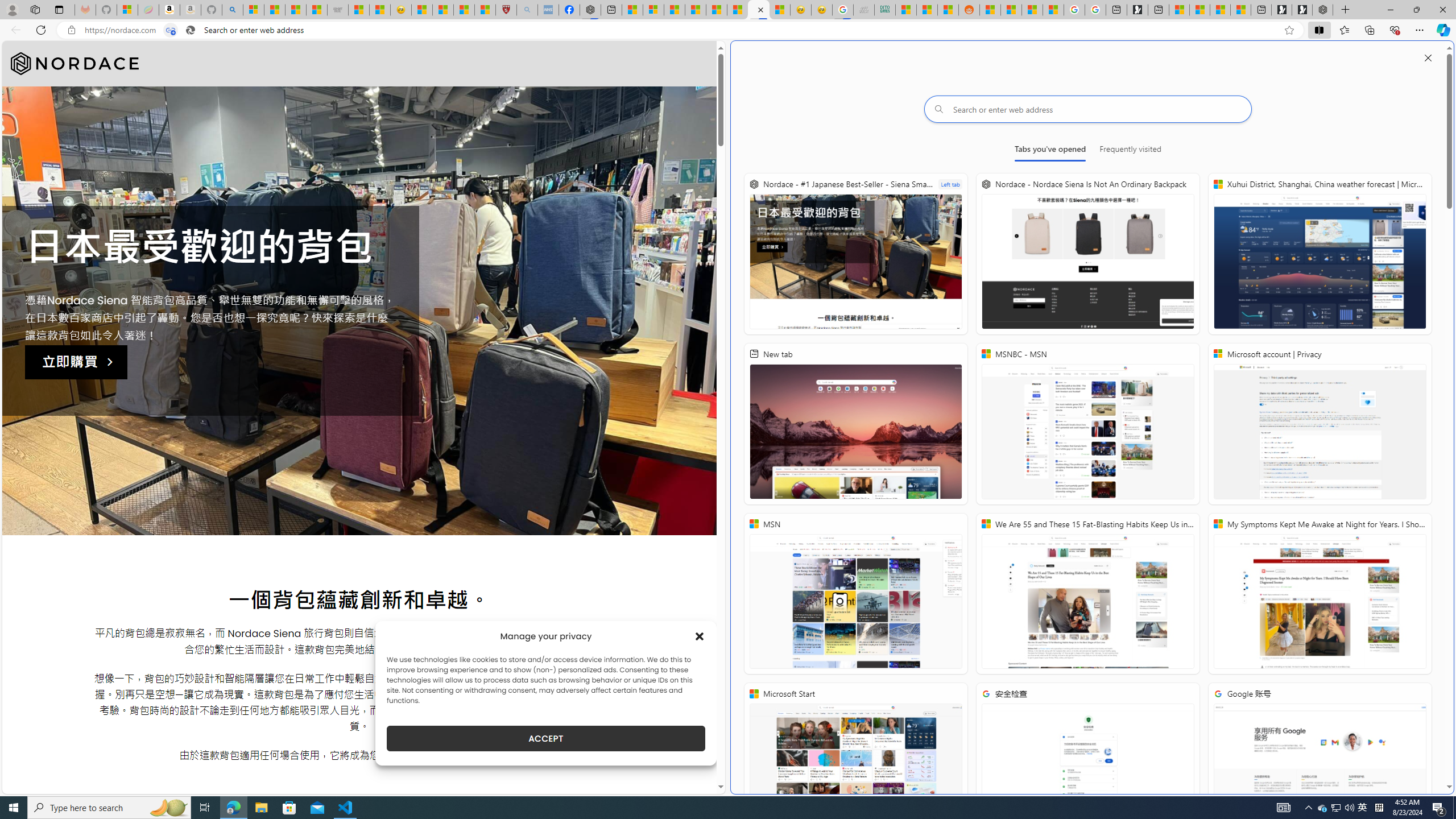  What do you see at coordinates (169, 30) in the screenshot?
I see `'Tabs in split screen'` at bounding box center [169, 30].